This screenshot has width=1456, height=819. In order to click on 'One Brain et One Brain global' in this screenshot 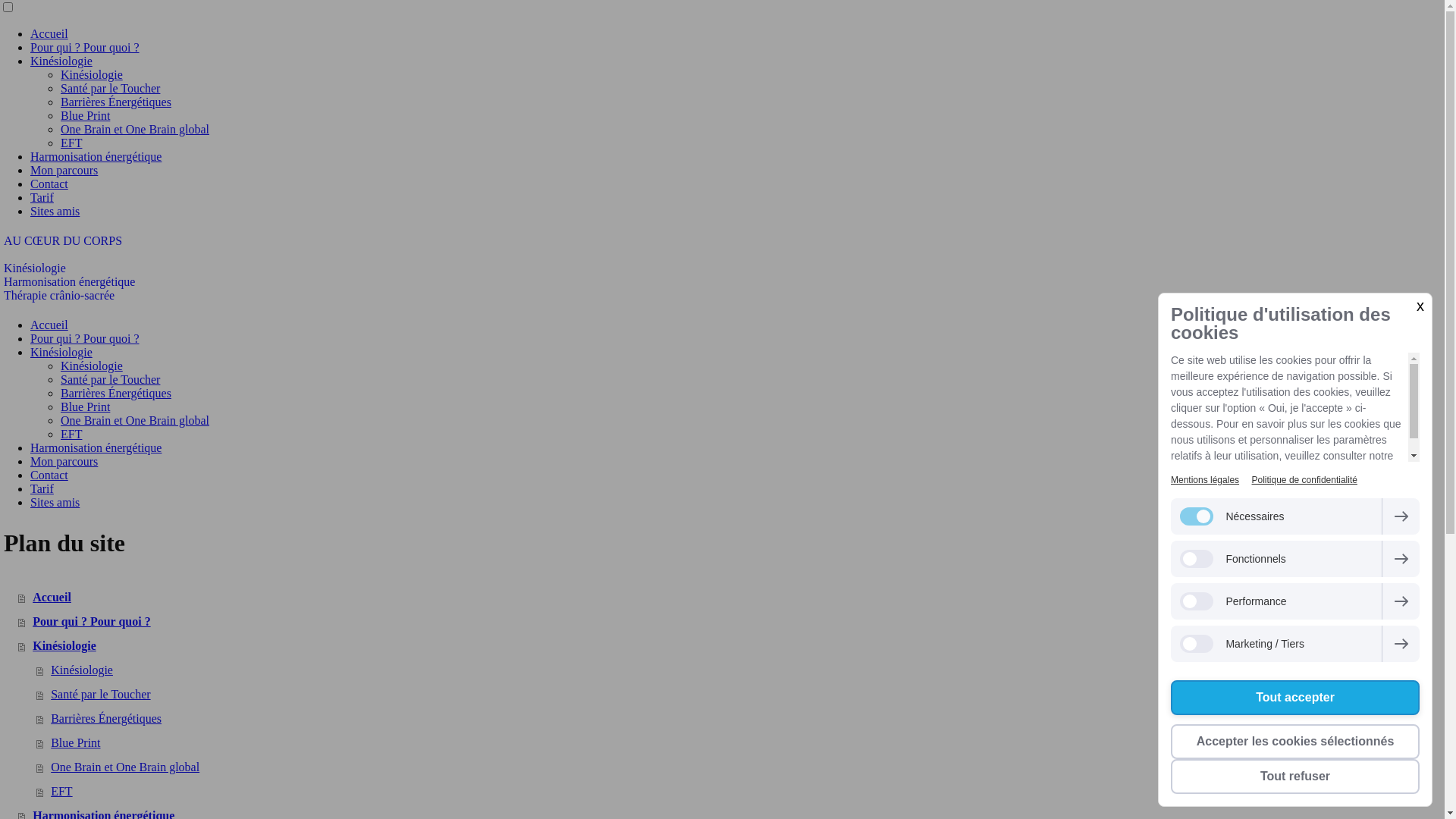, I will do `click(134, 420)`.